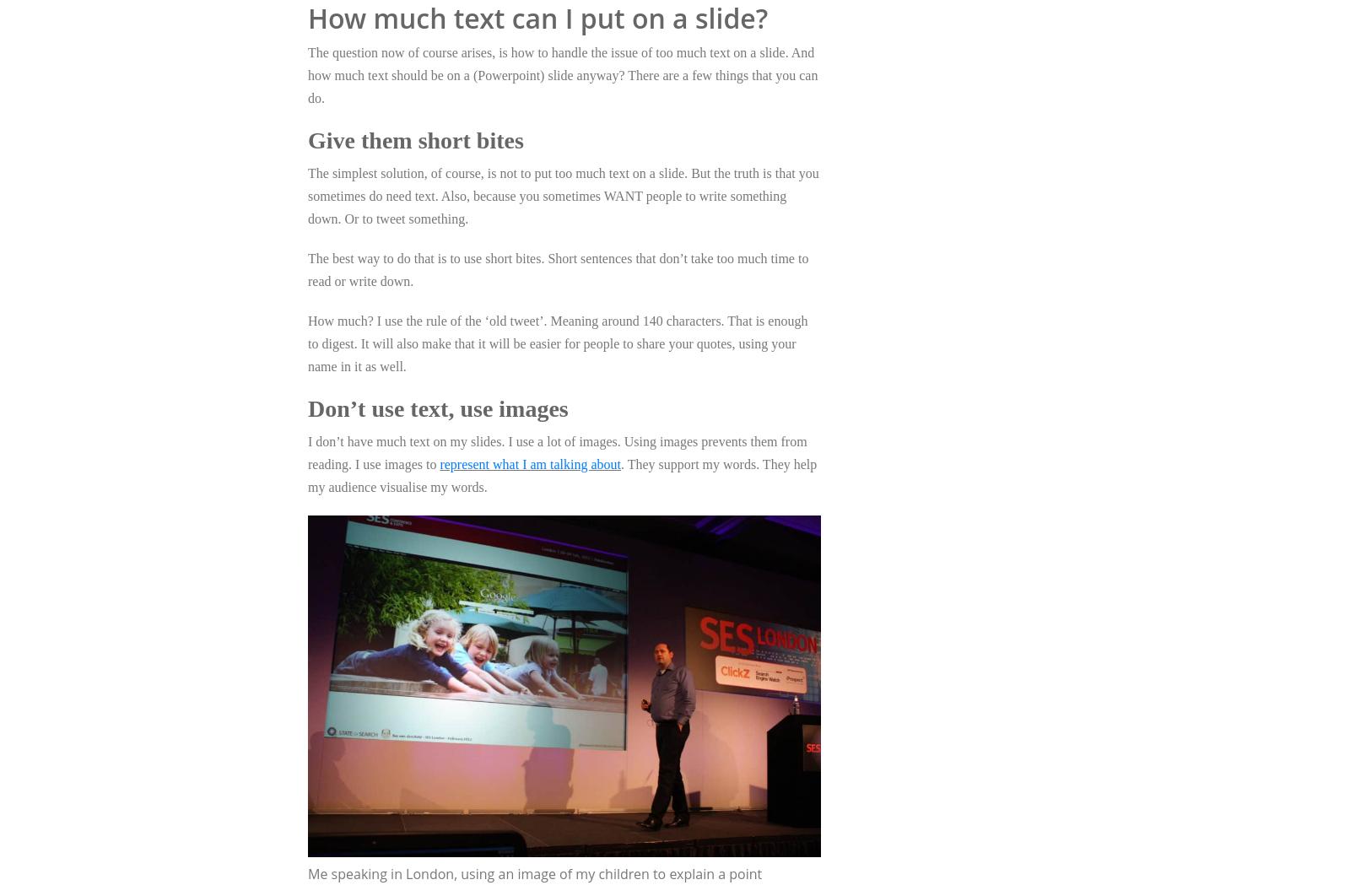  I want to click on 'represent what I am talking about', so click(530, 463).